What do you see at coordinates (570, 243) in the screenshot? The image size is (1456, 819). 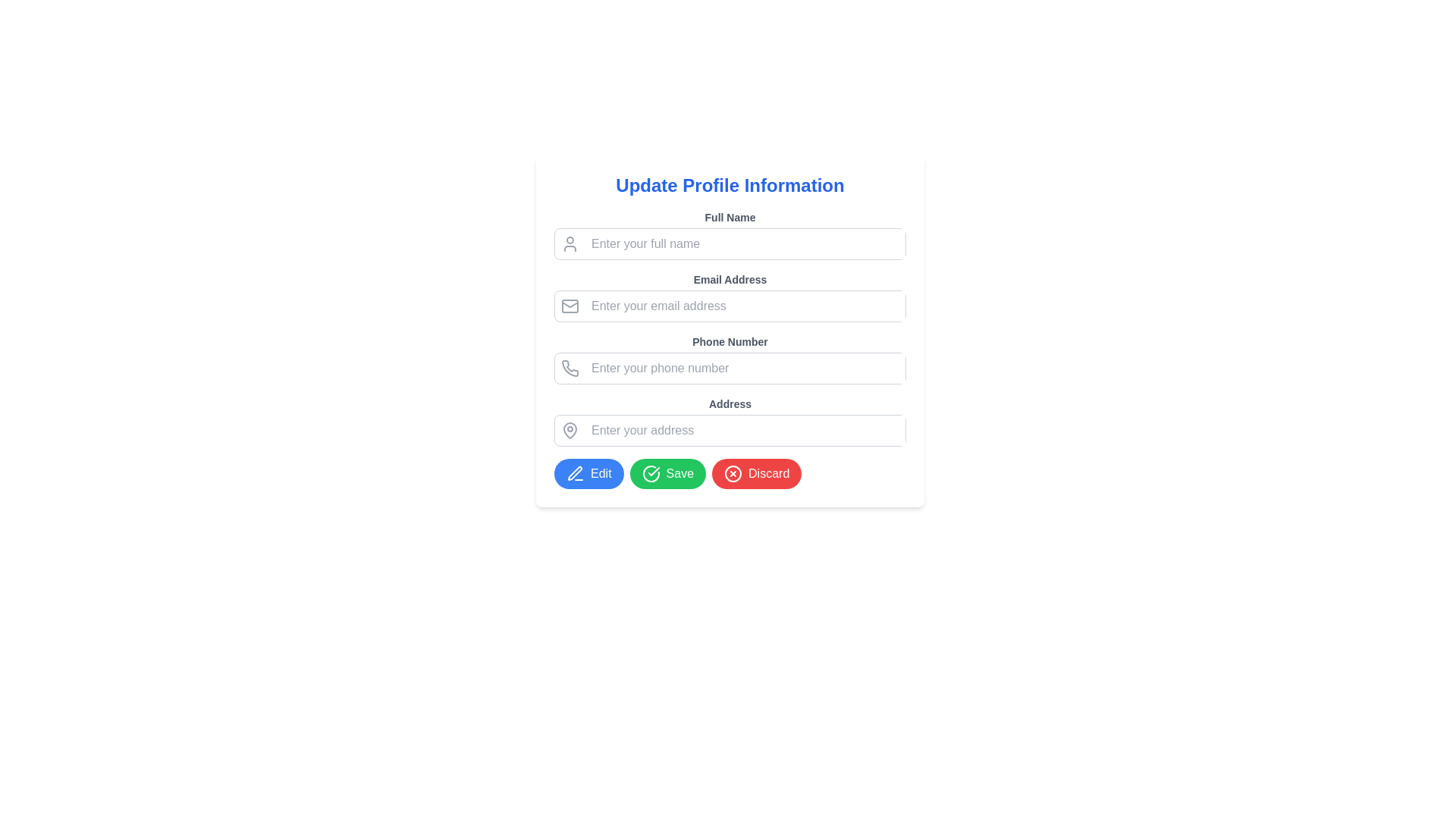 I see `the decorative icon that indicates the adjacent text field is for entering a user's full name, which is positioned to the left of the 'Full Name' input field` at bounding box center [570, 243].